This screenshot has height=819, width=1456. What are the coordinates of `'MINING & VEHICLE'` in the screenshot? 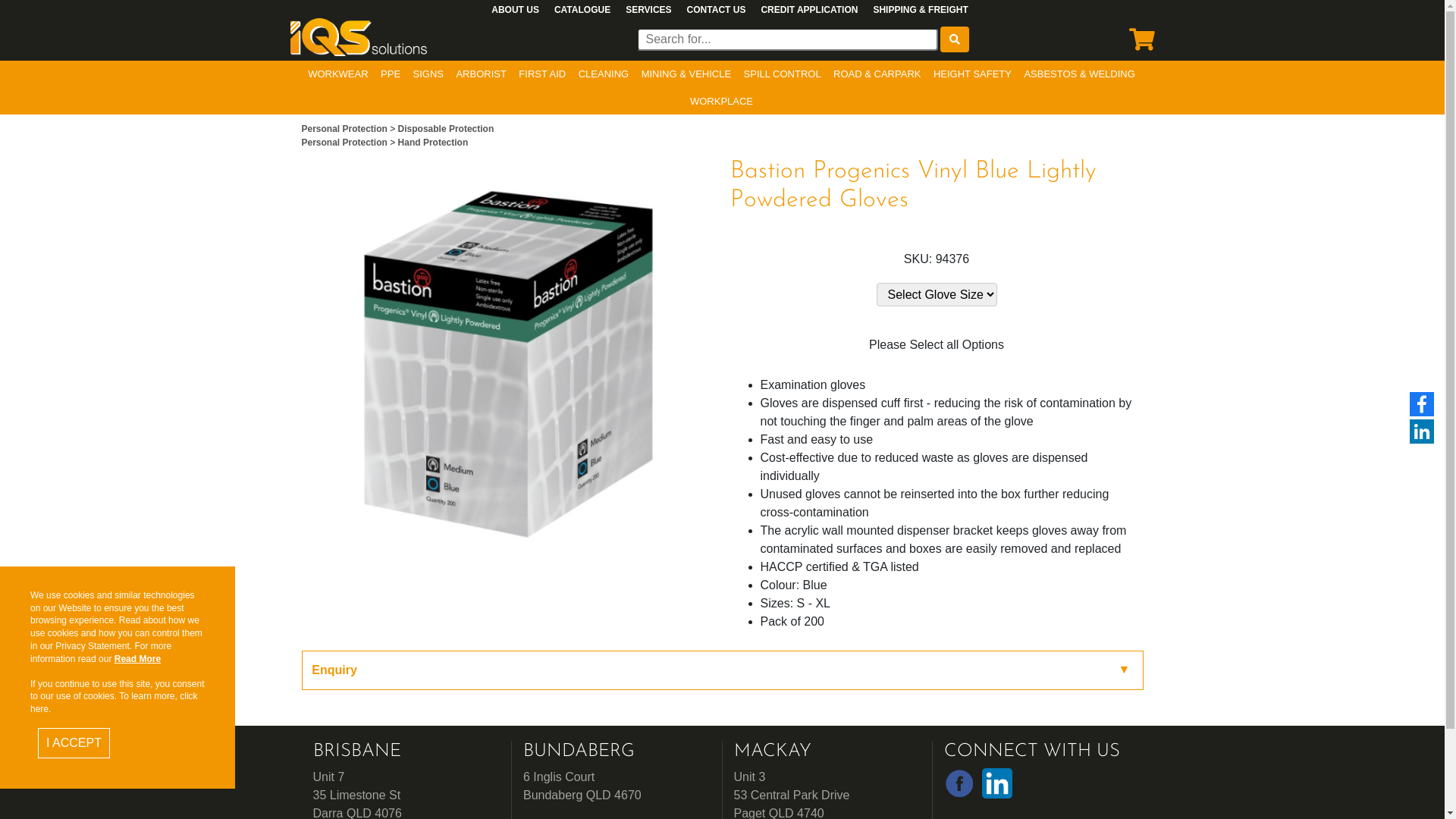 It's located at (686, 74).